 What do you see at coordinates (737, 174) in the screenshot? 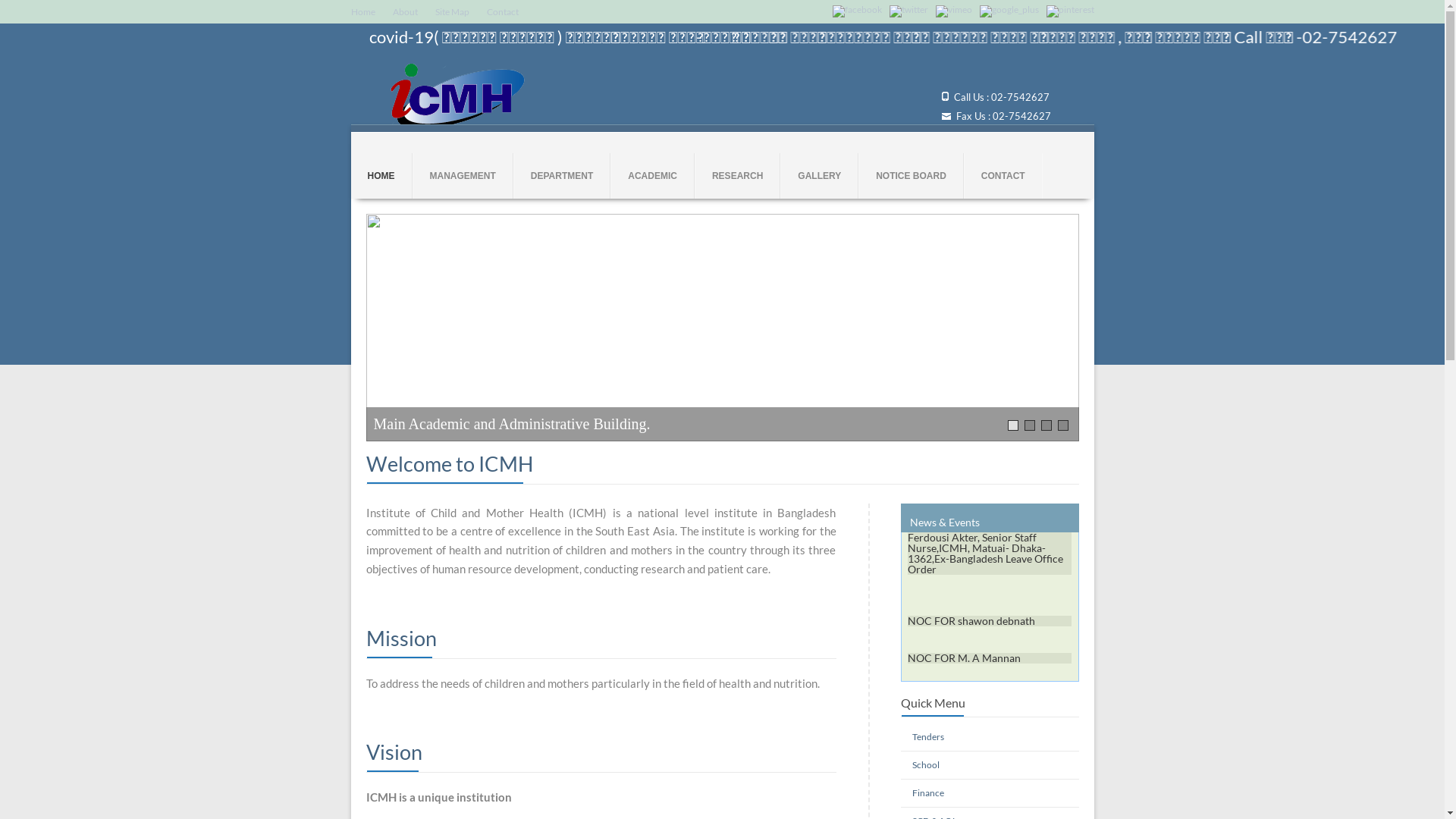
I see `'RESEARCH'` at bounding box center [737, 174].